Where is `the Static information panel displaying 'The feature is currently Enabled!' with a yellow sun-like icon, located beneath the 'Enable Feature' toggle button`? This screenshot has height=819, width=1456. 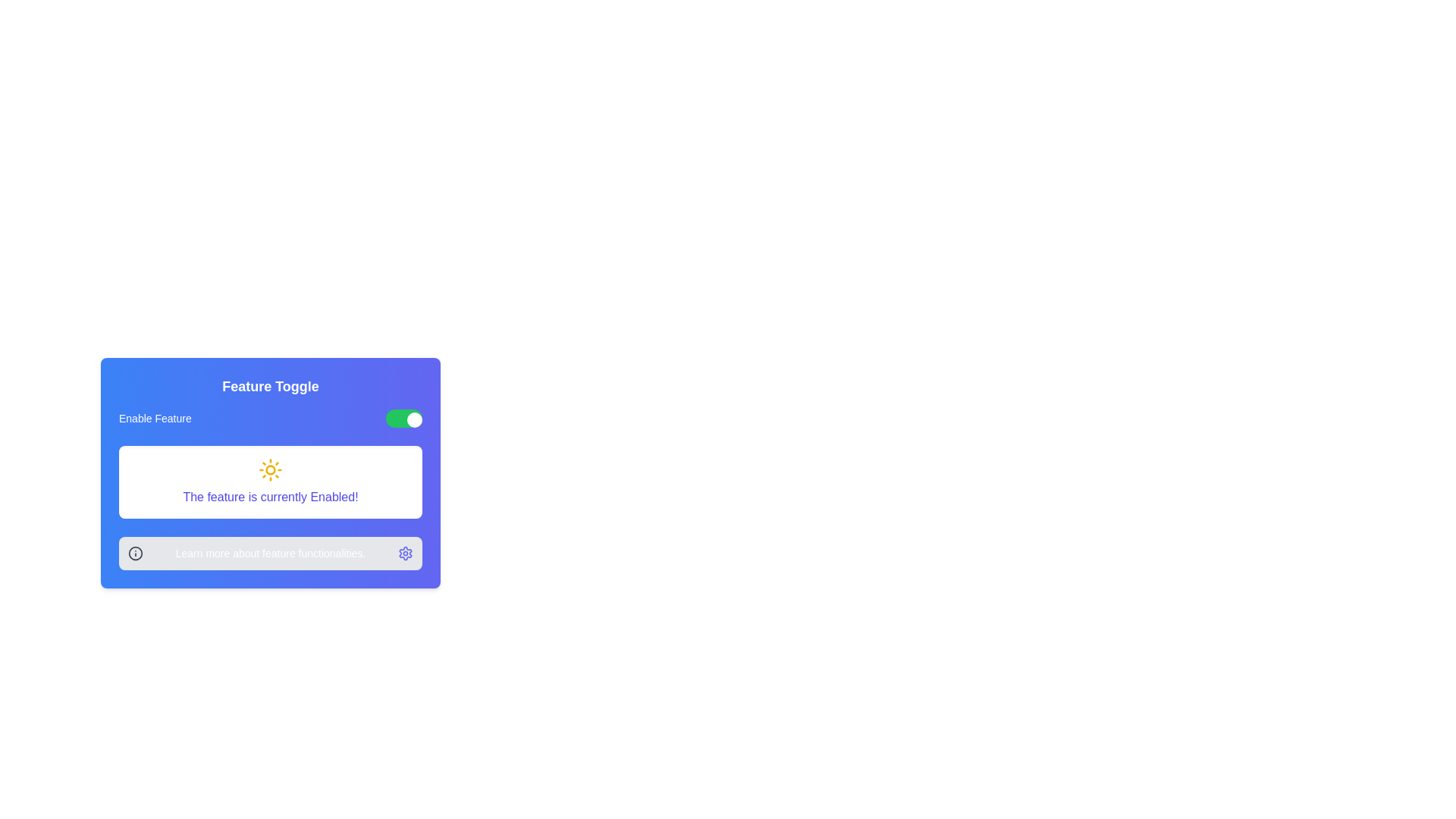
the Static information panel displaying 'The feature is currently Enabled!' with a yellow sun-like icon, located beneath the 'Enable Feature' toggle button is located at coordinates (270, 482).